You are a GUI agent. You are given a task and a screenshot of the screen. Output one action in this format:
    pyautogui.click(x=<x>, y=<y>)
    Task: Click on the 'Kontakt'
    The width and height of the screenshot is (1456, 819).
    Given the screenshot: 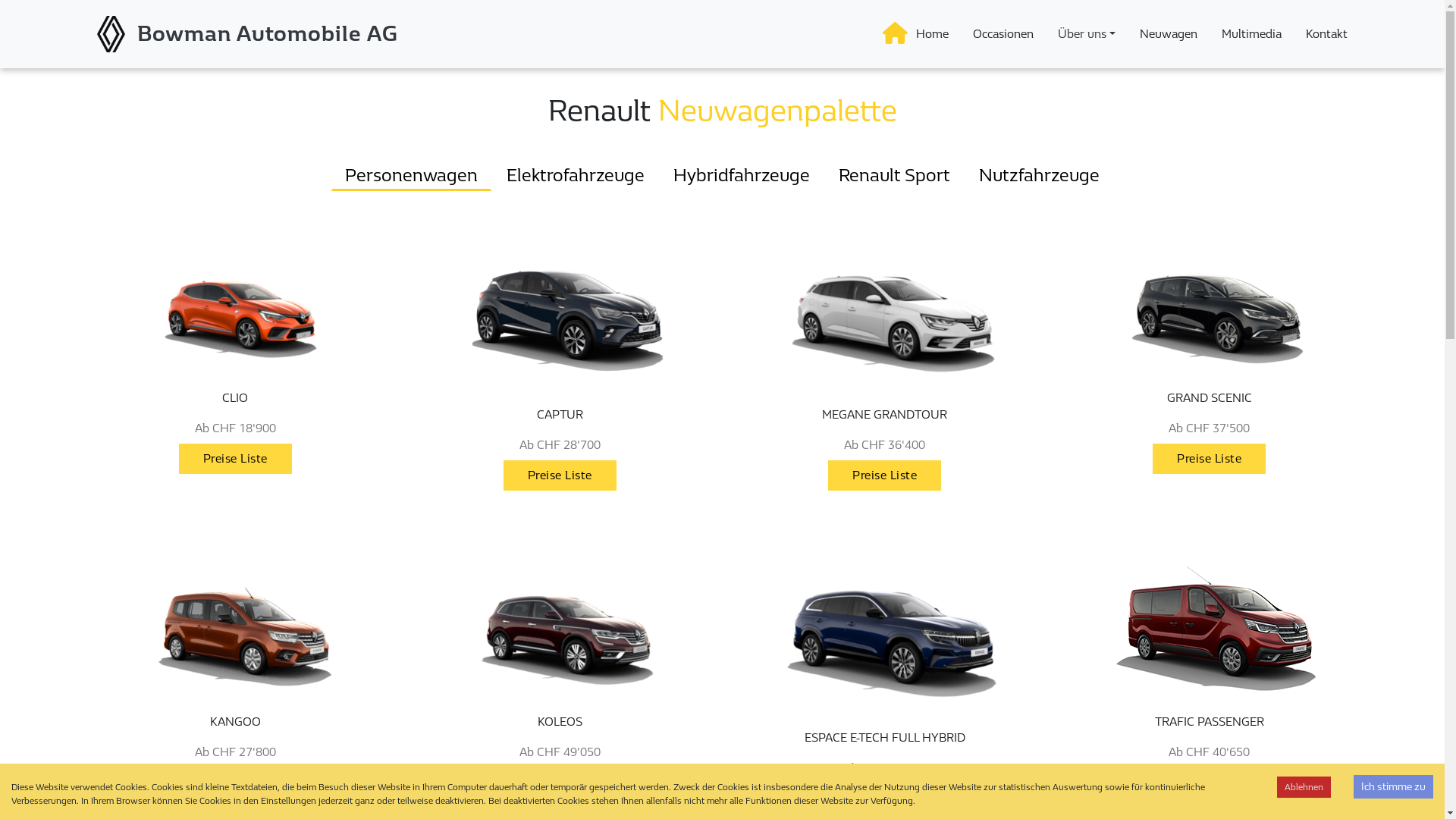 What is the action you would take?
    pyautogui.click(x=1298, y=34)
    